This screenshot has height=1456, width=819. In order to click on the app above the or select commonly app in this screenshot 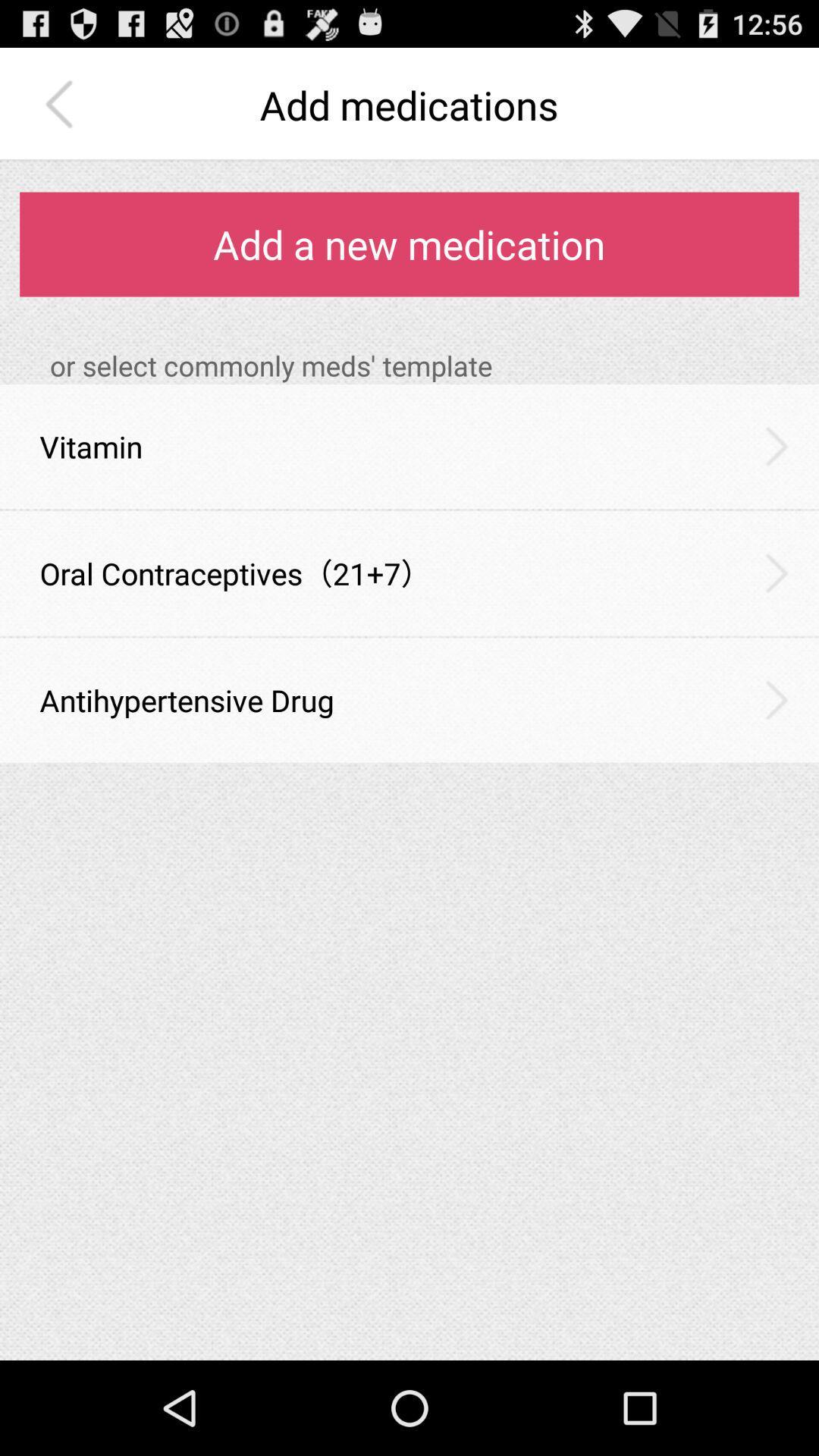, I will do `click(409, 244)`.